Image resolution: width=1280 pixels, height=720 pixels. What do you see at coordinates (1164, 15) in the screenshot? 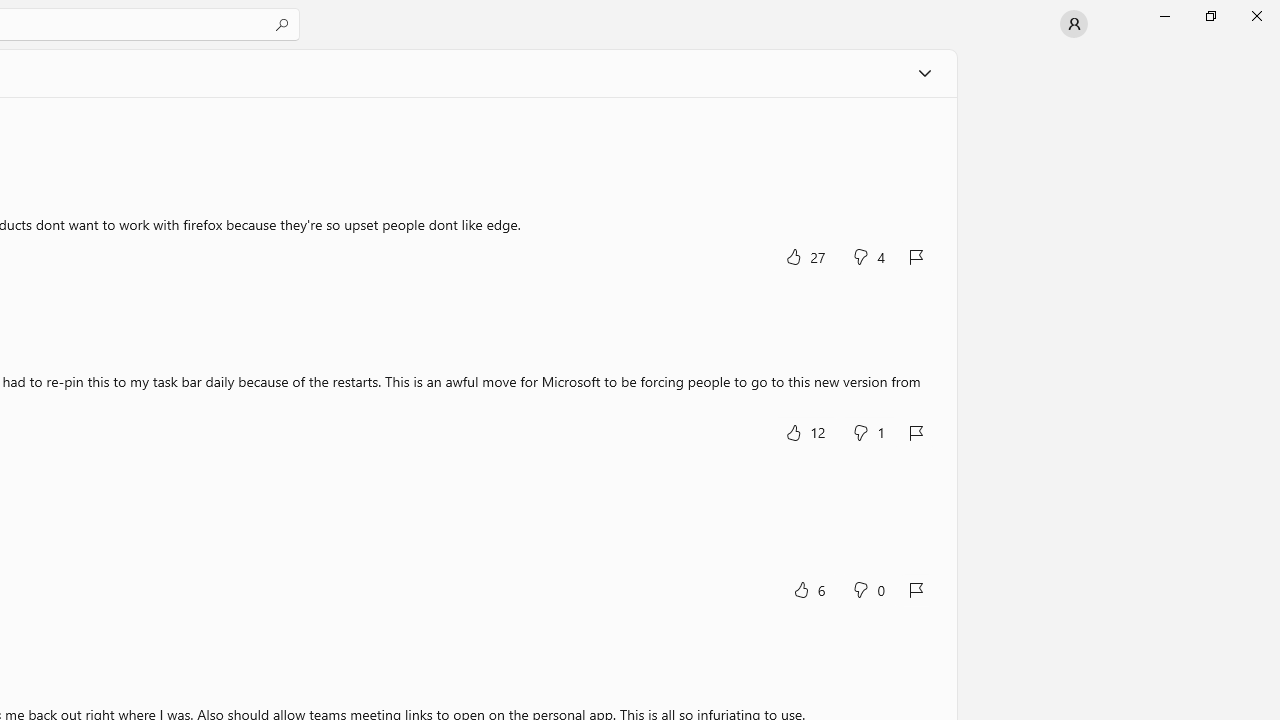
I see `'Minimize Microsoft Store'` at bounding box center [1164, 15].